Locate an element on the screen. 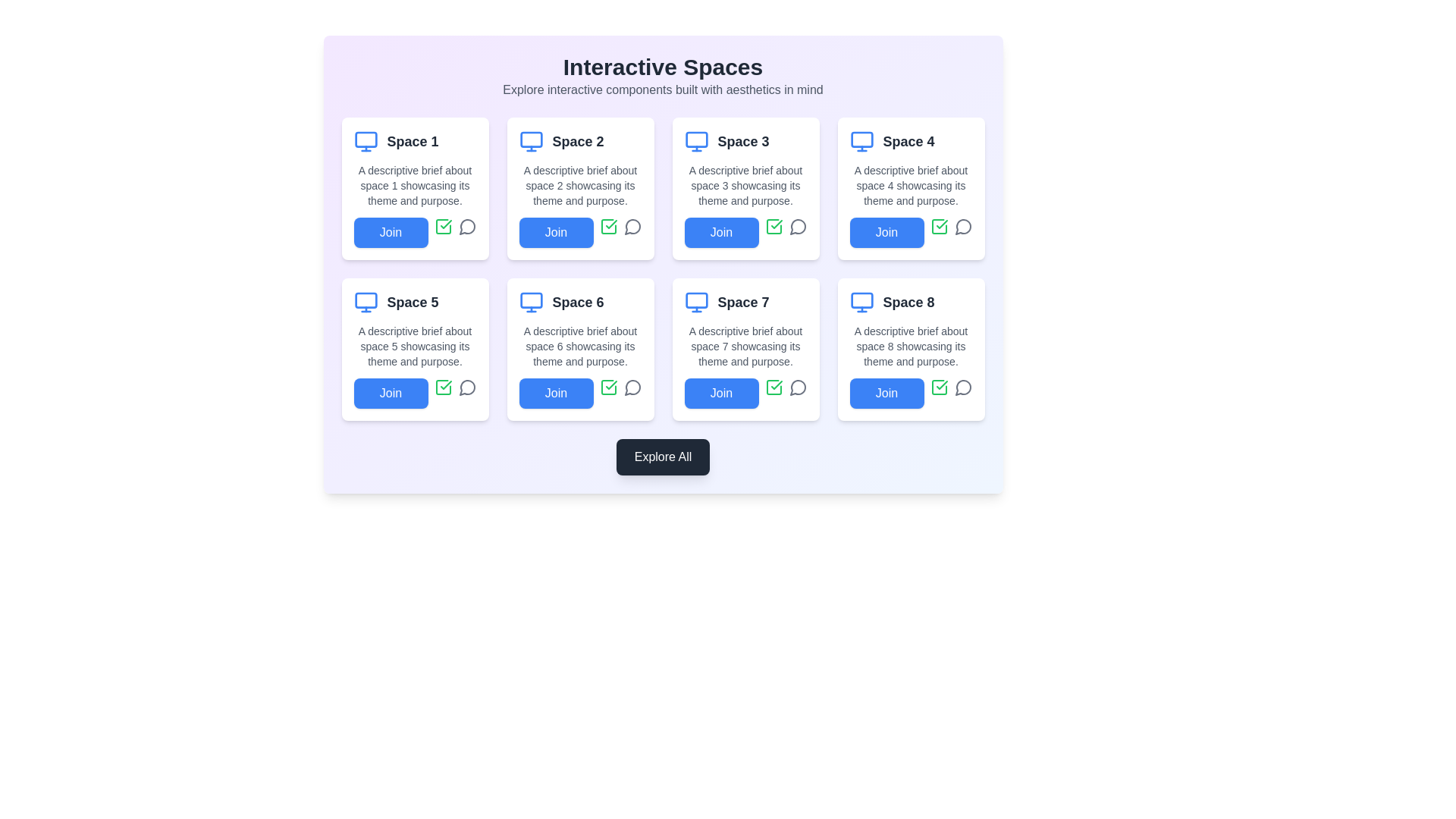 The width and height of the screenshot is (1456, 819). the decorative graphic element that represents a monitor in the card labeled 'Space 5', which is styled to match the application's visual theme is located at coordinates (366, 300).